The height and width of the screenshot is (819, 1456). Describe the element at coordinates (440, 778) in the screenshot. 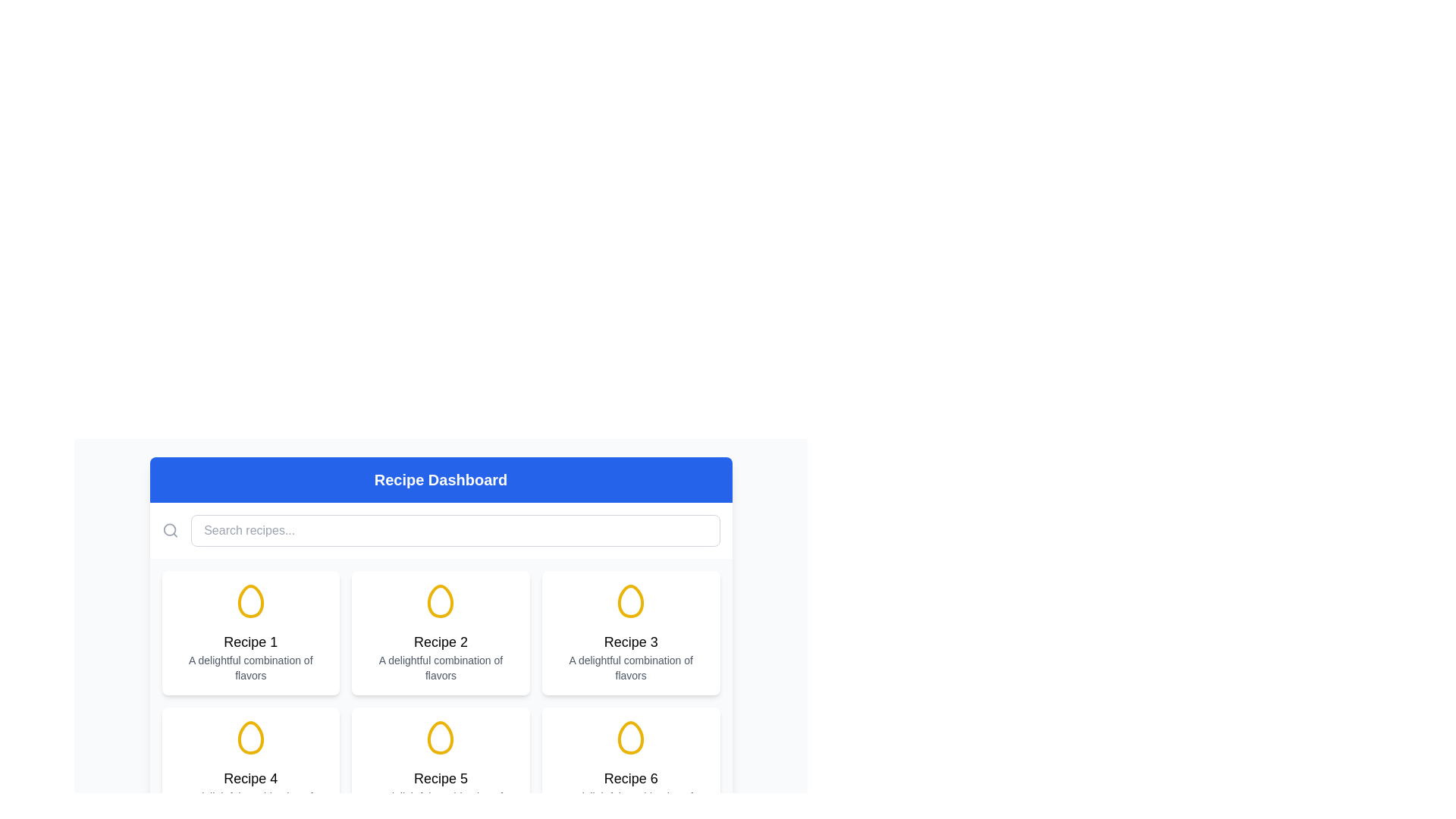

I see `the static text label 'Recipe 5'` at that location.